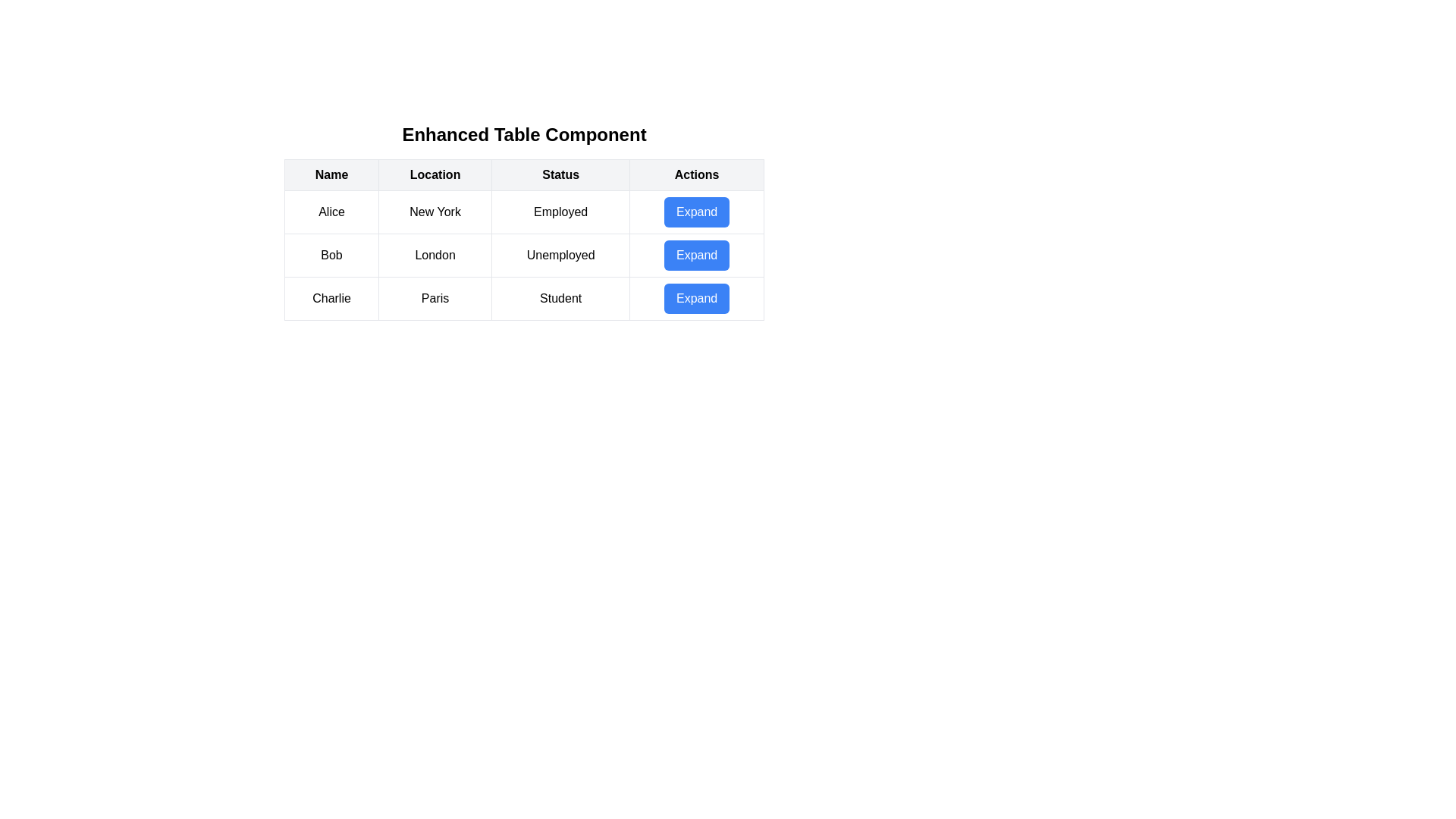 The image size is (1456, 819). Describe the element at coordinates (696, 254) in the screenshot. I see `the button located in the third column of the second row under the 'Actions' header to observe a style change` at that location.